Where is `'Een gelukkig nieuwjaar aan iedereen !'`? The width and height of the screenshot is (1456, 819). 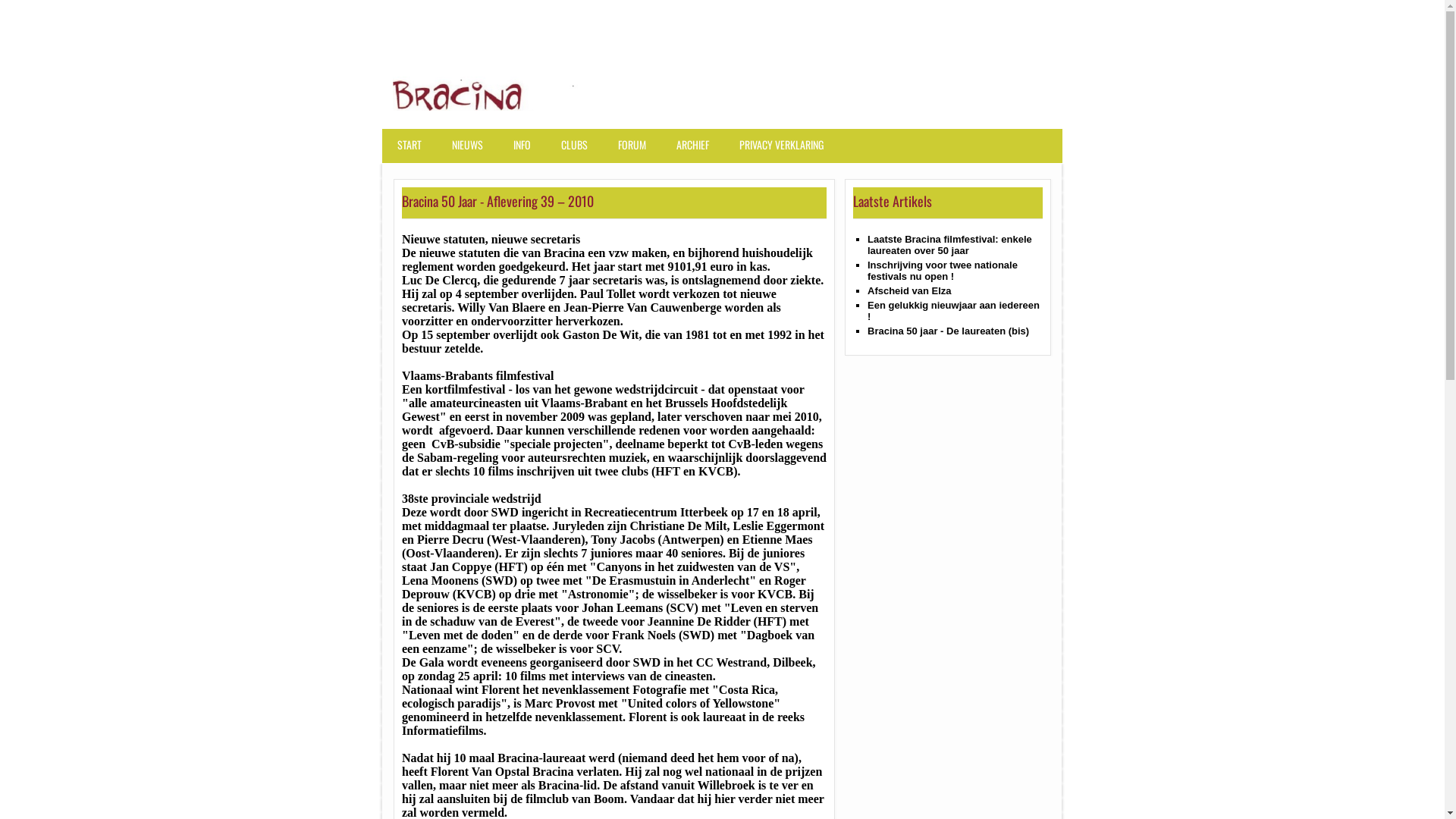
'Een gelukkig nieuwjaar aan iedereen !' is located at coordinates (952, 309).